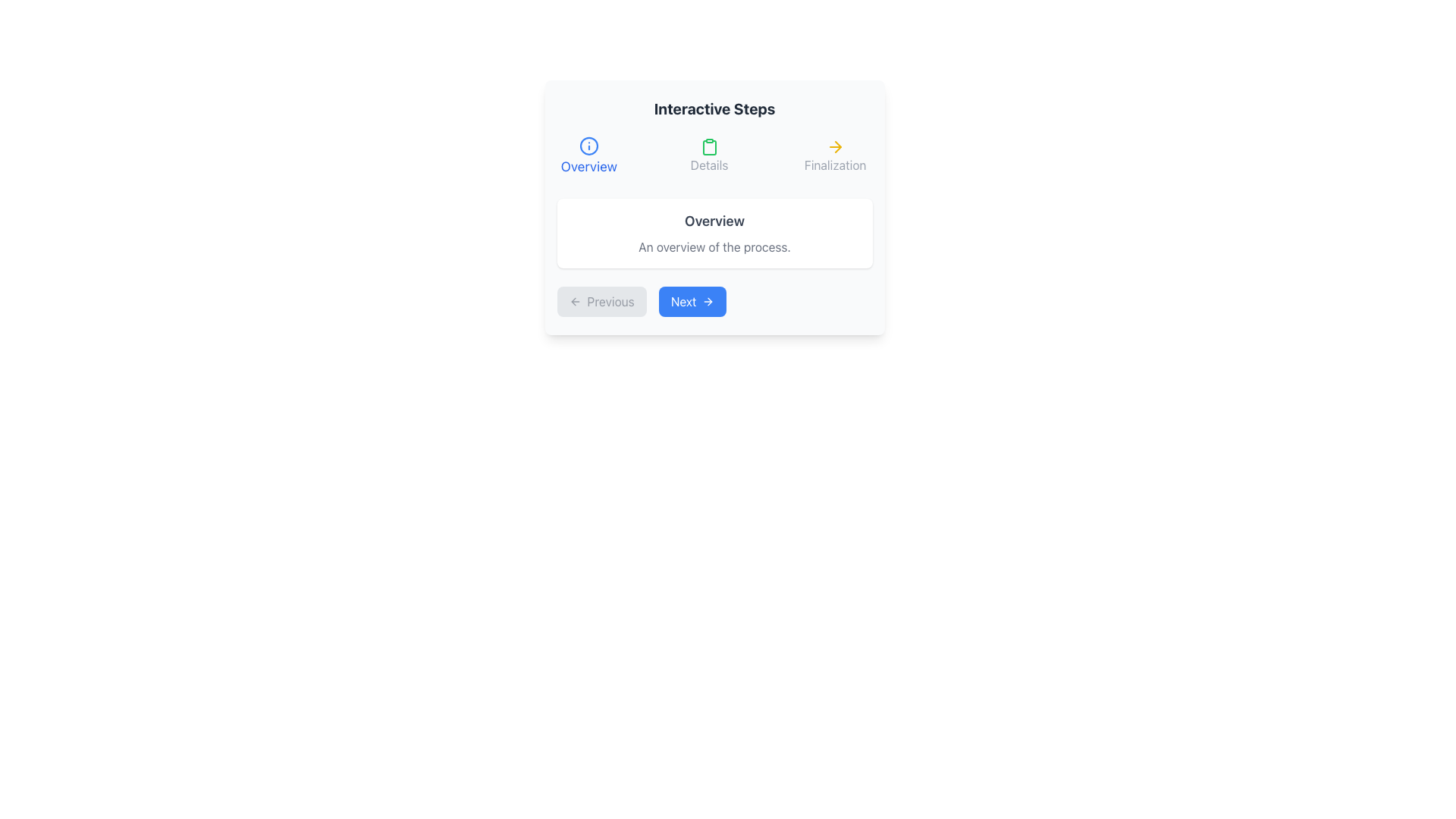  What do you see at coordinates (834, 146) in the screenshot?
I see `attributes of the forward action icon located in the Finalization section, which is the third and last step in the interactive steps list` at bounding box center [834, 146].